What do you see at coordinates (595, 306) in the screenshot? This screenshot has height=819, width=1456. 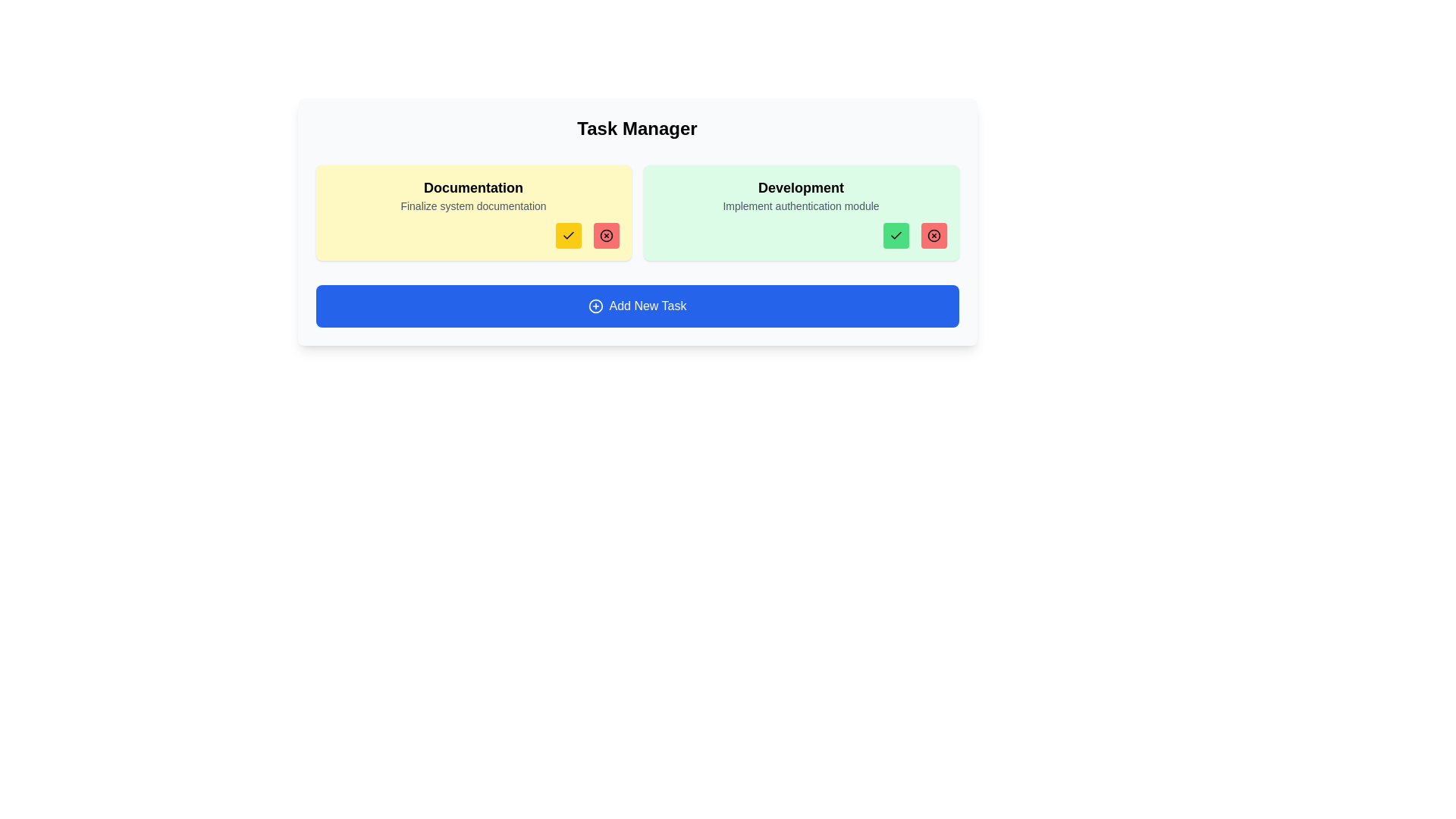 I see `the circular part of the 'plus in circle' icon within the SVG graphic on the blue 'Add New Task' button` at bounding box center [595, 306].